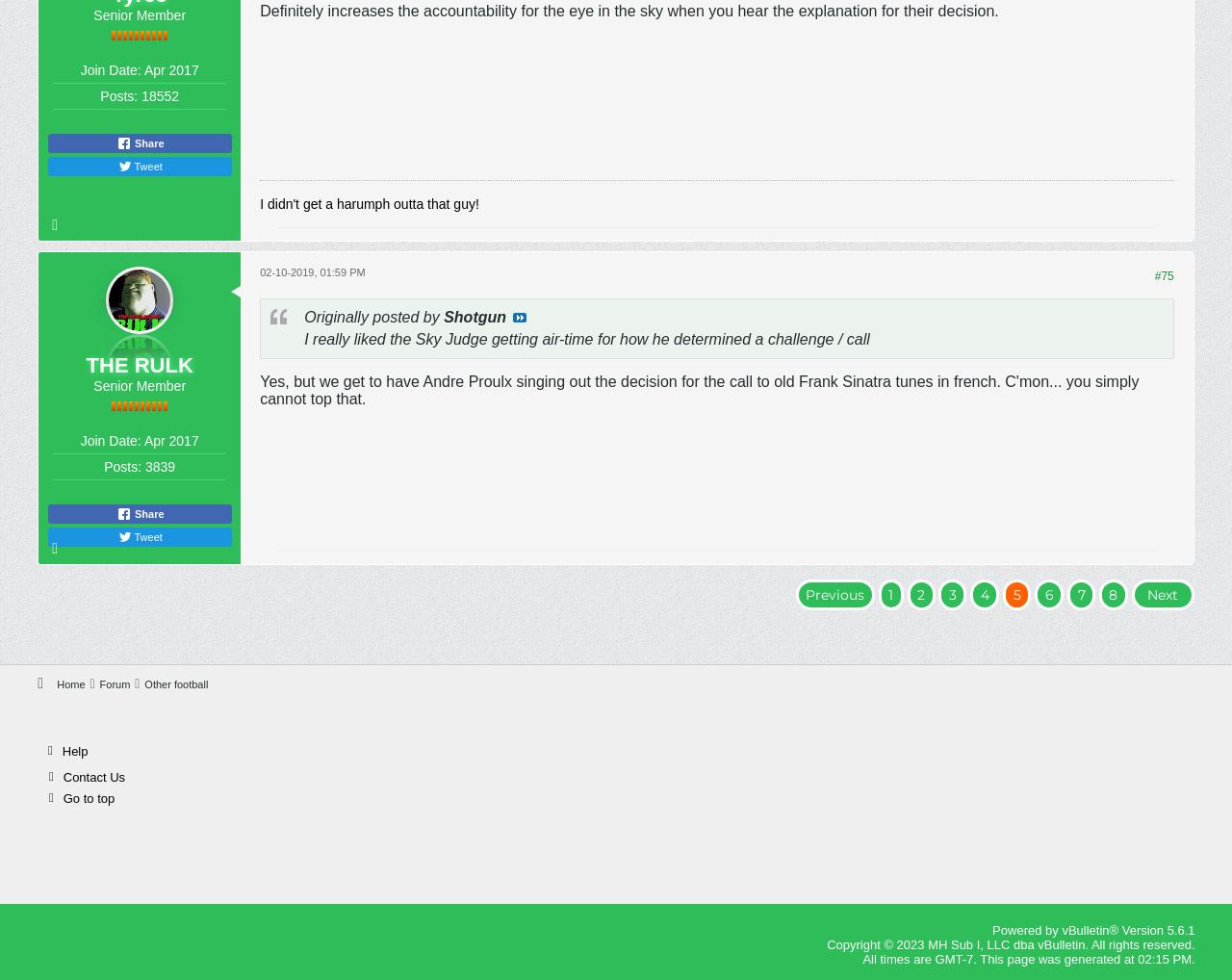 This screenshot has width=1232, height=980. Describe the element at coordinates (1015, 593) in the screenshot. I see `'5'` at that location.